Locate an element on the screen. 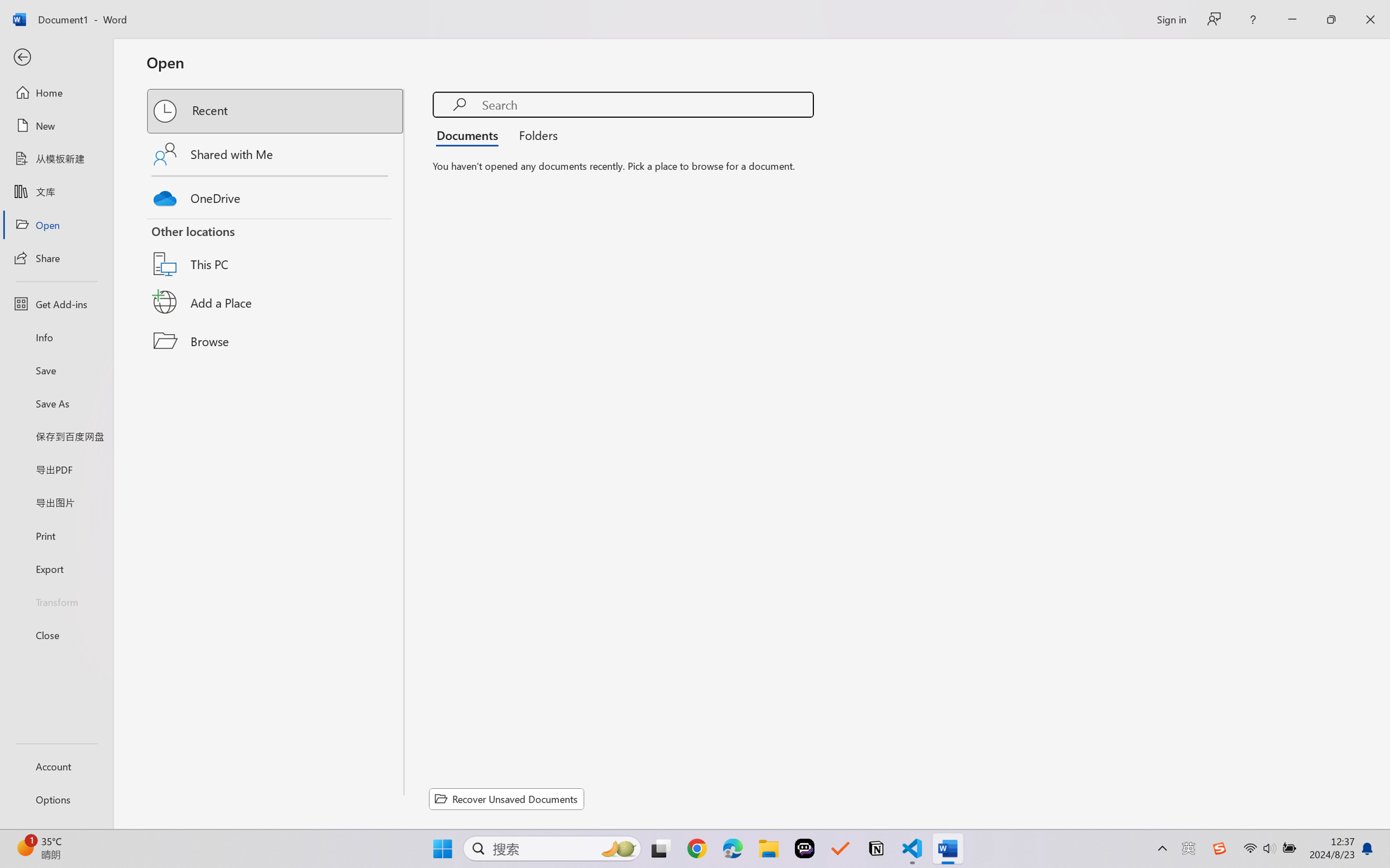  'Folders' is located at coordinates (535, 134).